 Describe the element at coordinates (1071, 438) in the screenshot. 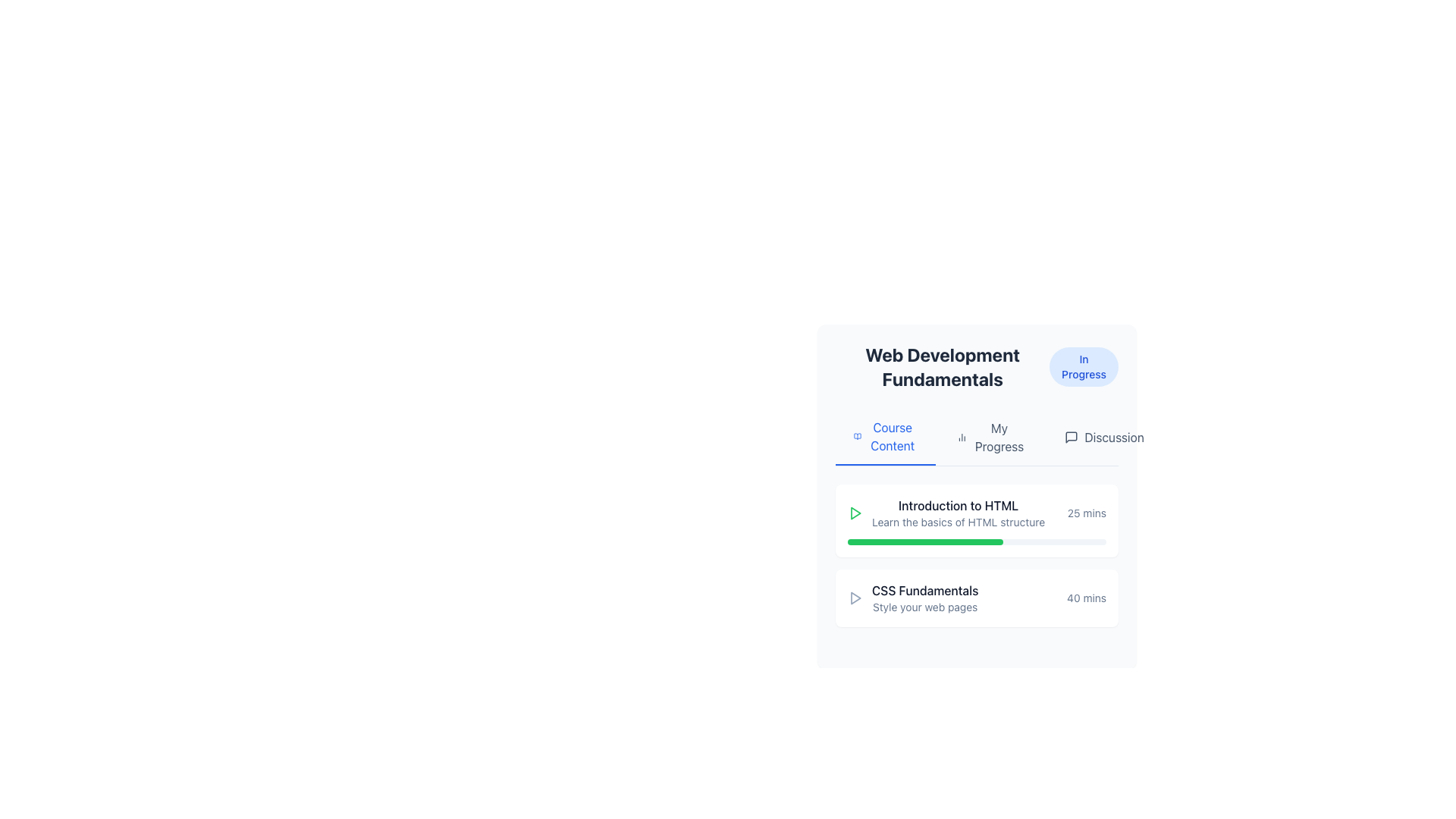

I see `the SVG-based graphical icon representing a speech bubble or chat, located at the top-right corner of the interface` at that location.